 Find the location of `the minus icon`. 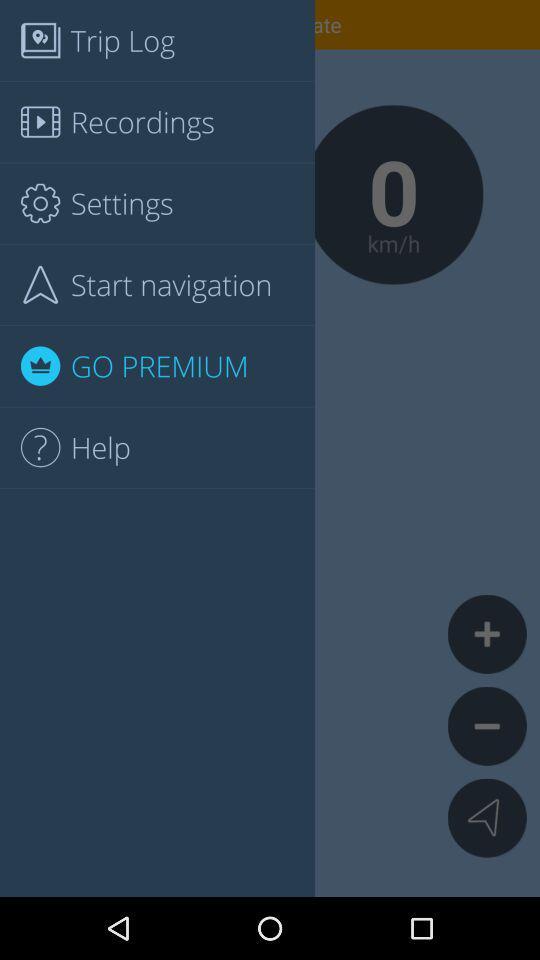

the minus icon is located at coordinates (486, 725).